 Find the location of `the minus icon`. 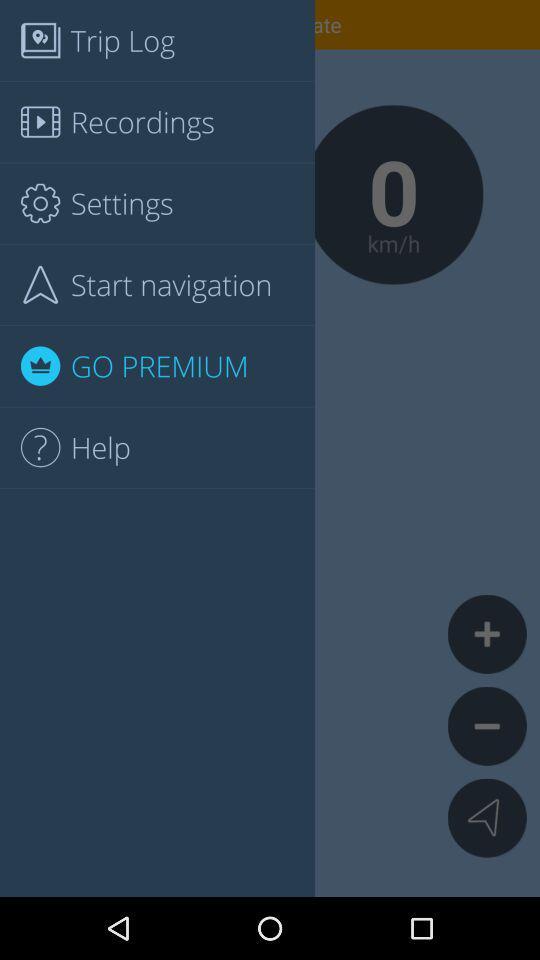

the minus icon is located at coordinates (486, 725).